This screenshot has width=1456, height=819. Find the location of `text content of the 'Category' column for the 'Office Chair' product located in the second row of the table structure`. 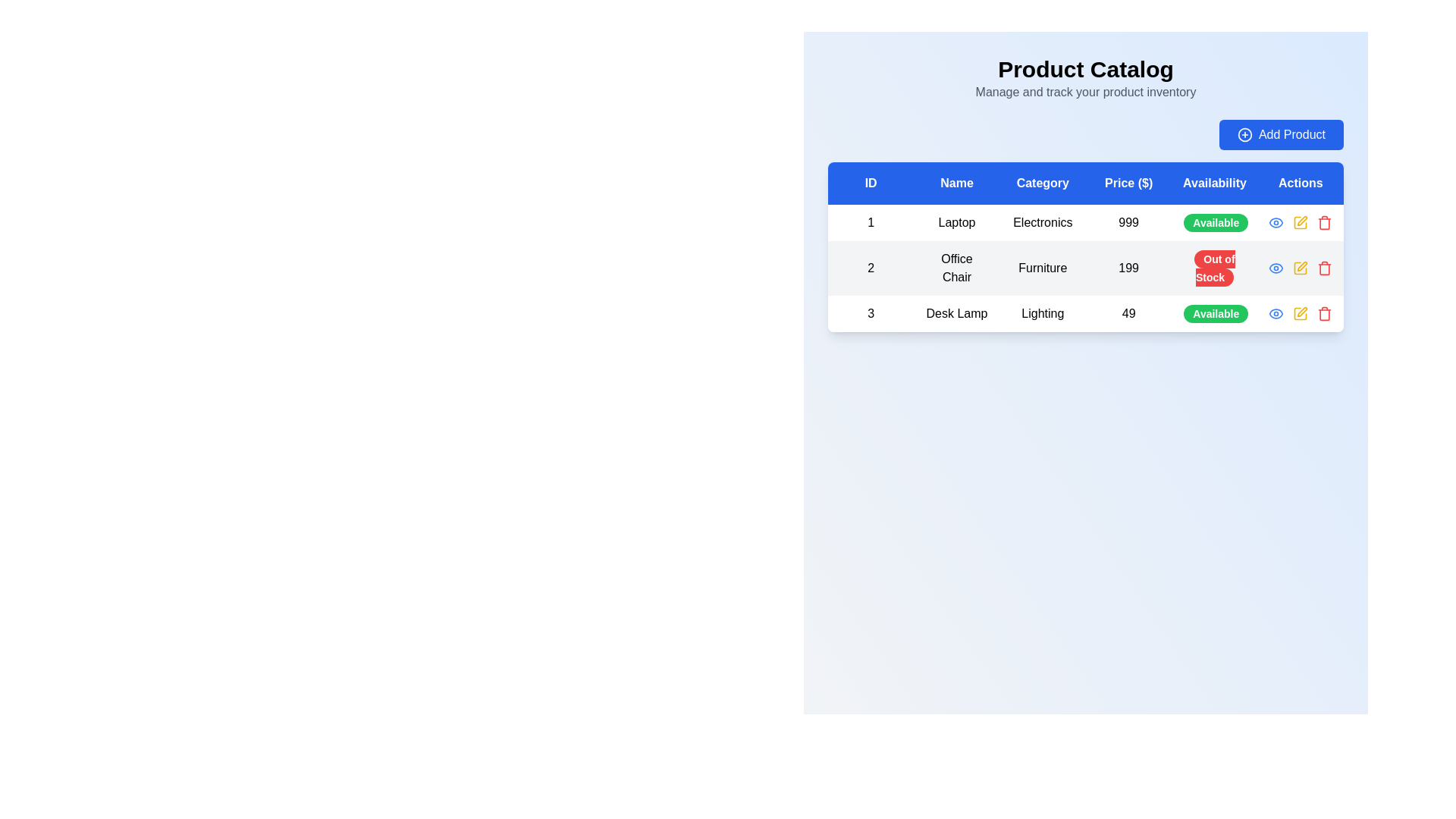

text content of the 'Category' column for the 'Office Chair' product located in the second row of the table structure is located at coordinates (1042, 268).